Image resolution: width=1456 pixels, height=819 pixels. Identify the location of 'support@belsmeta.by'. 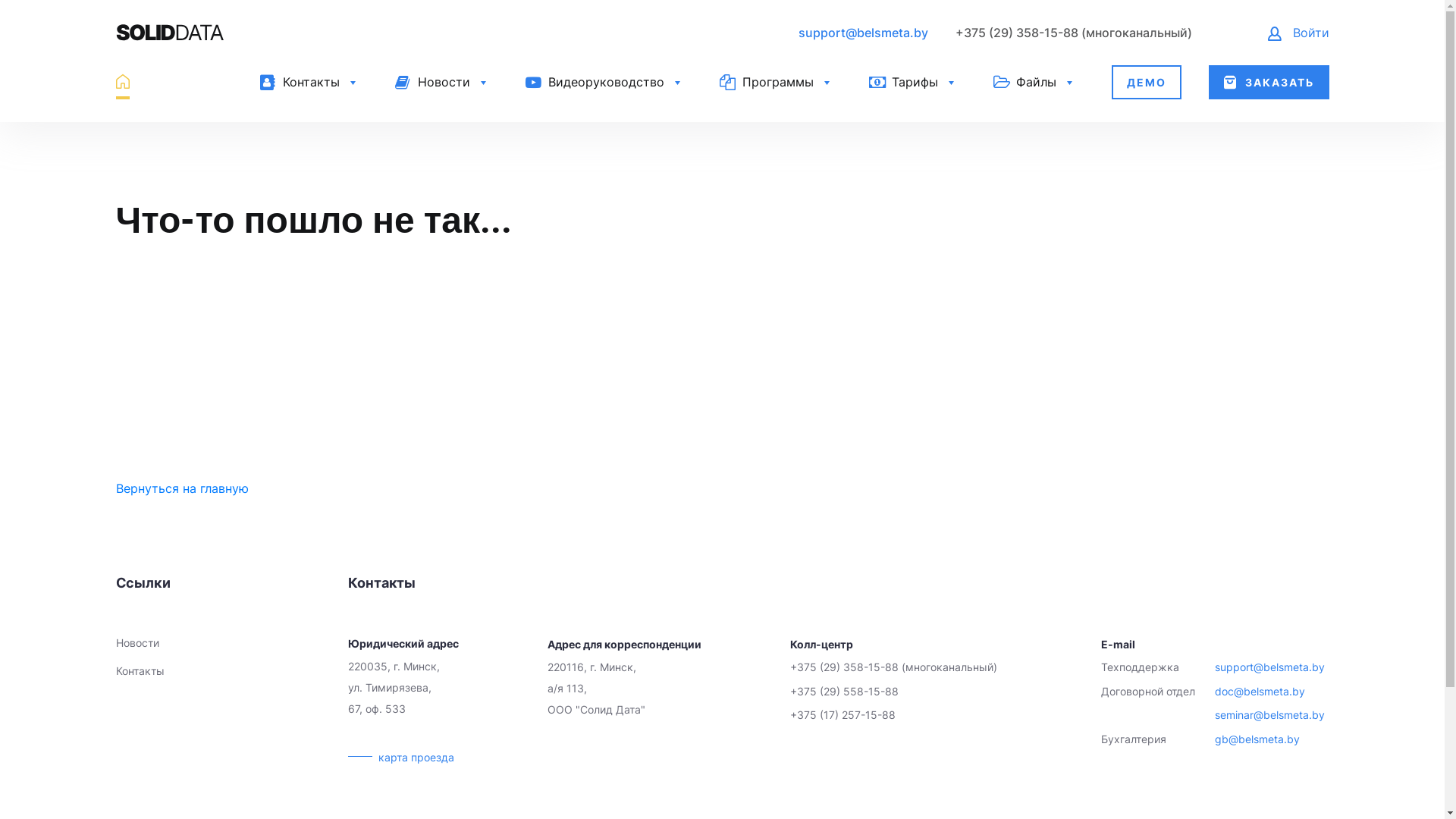
(862, 32).